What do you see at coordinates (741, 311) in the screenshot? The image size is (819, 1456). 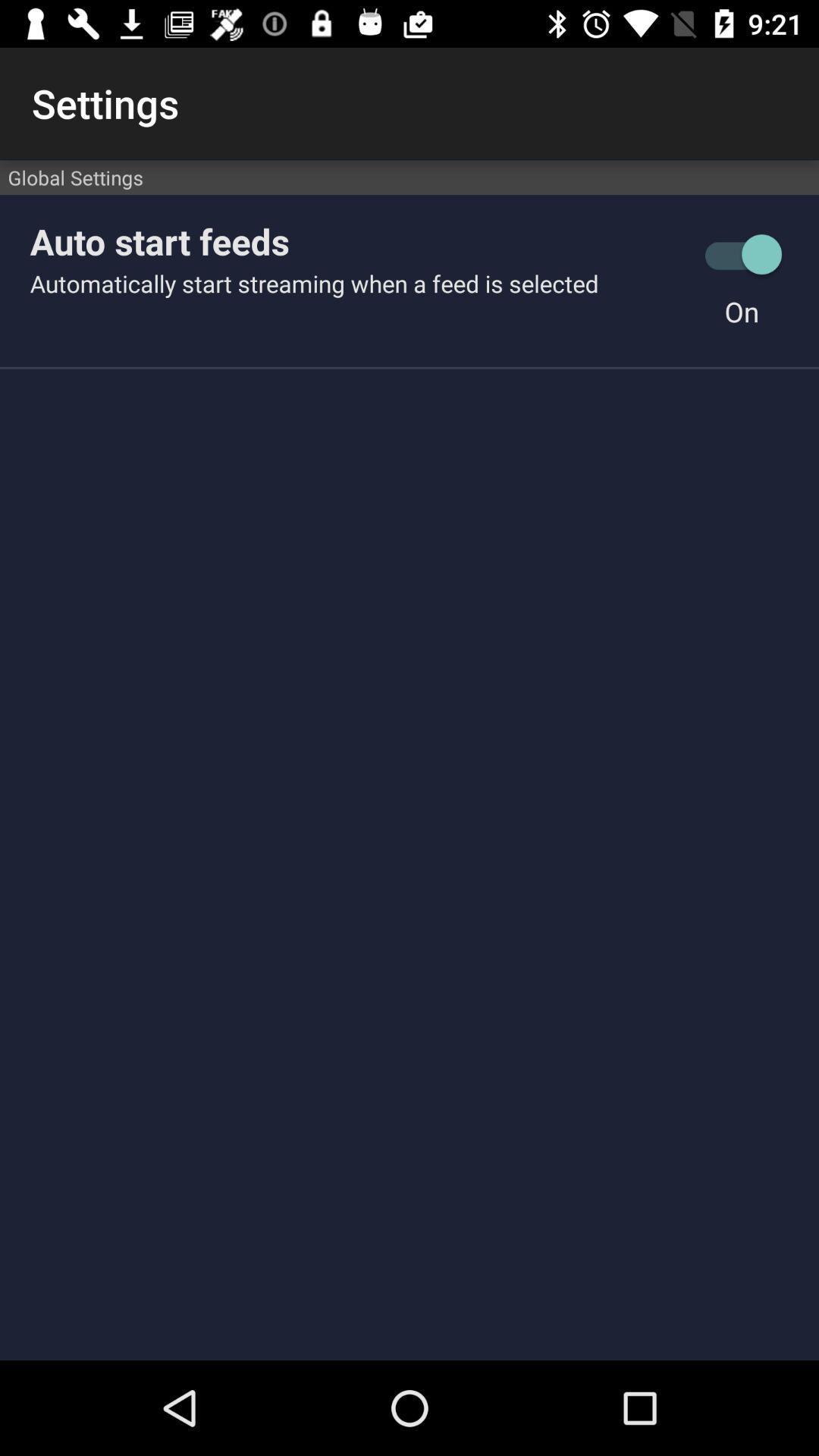 I see `the on` at bounding box center [741, 311].